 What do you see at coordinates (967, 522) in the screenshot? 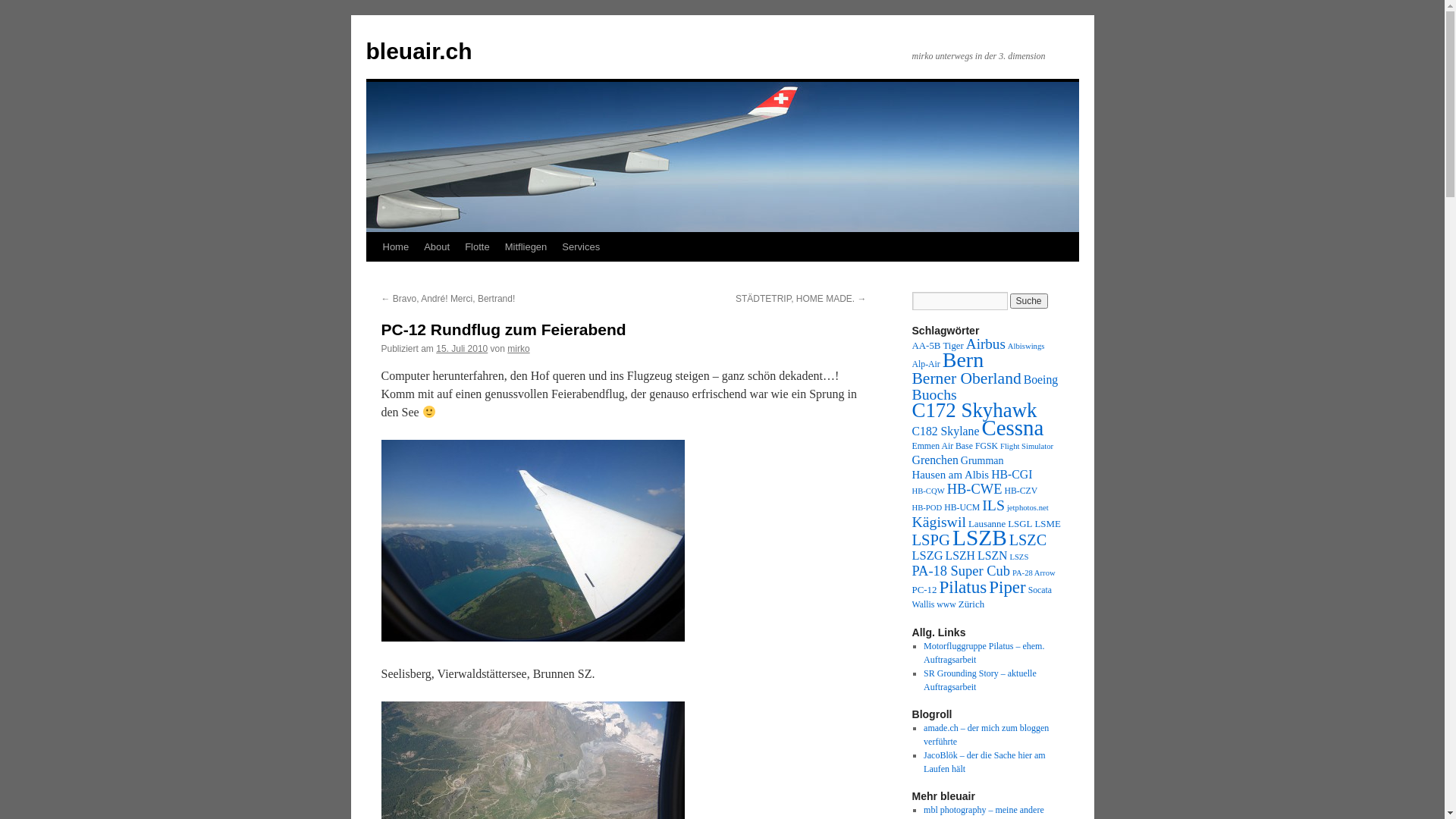
I see `'Lausanne'` at bounding box center [967, 522].